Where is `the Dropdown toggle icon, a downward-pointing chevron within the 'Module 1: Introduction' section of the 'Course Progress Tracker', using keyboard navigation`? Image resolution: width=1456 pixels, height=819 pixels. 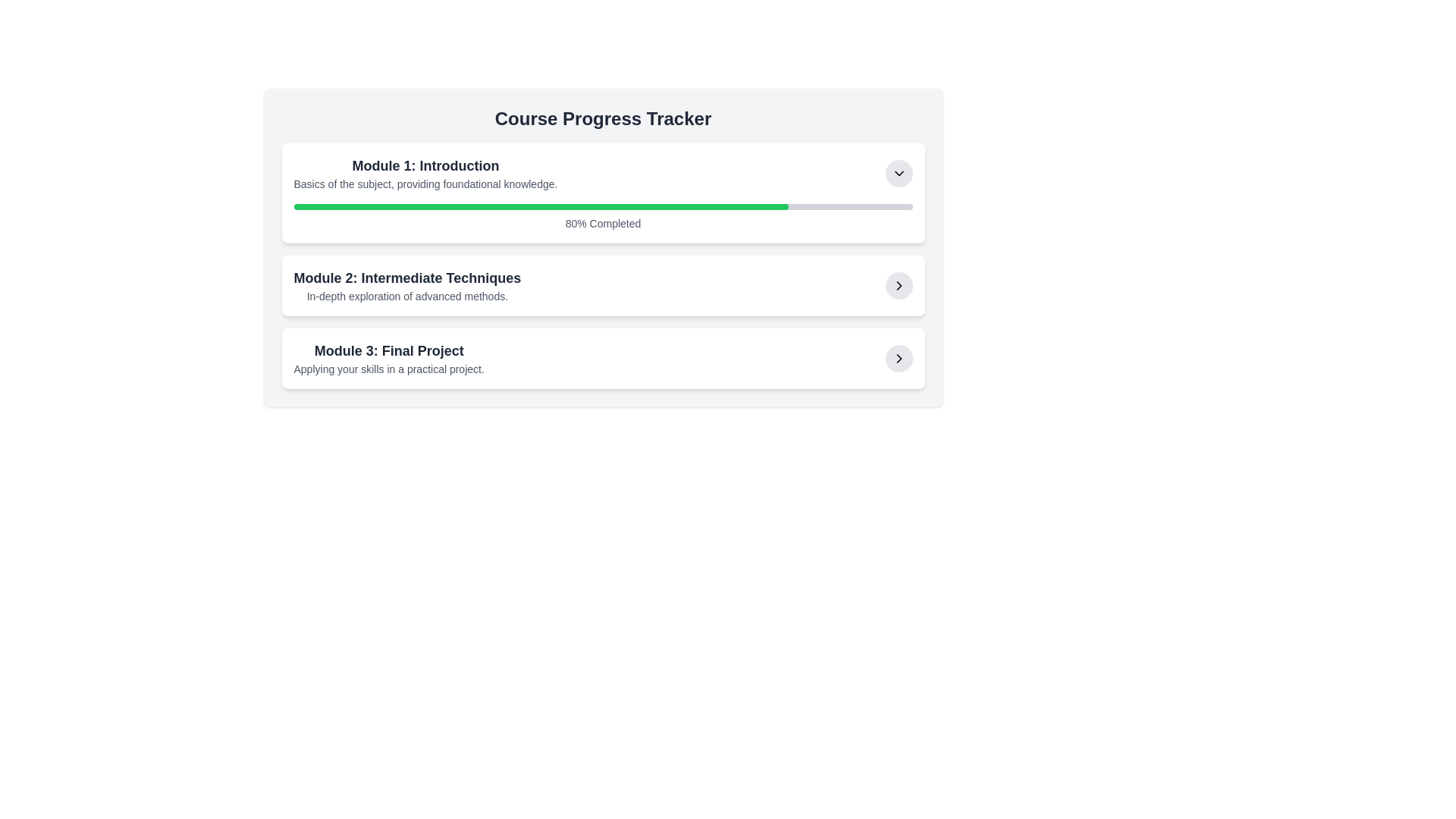 the Dropdown toggle icon, a downward-pointing chevron within the 'Module 1: Introduction' section of the 'Course Progress Tracker', using keyboard navigation is located at coordinates (899, 172).